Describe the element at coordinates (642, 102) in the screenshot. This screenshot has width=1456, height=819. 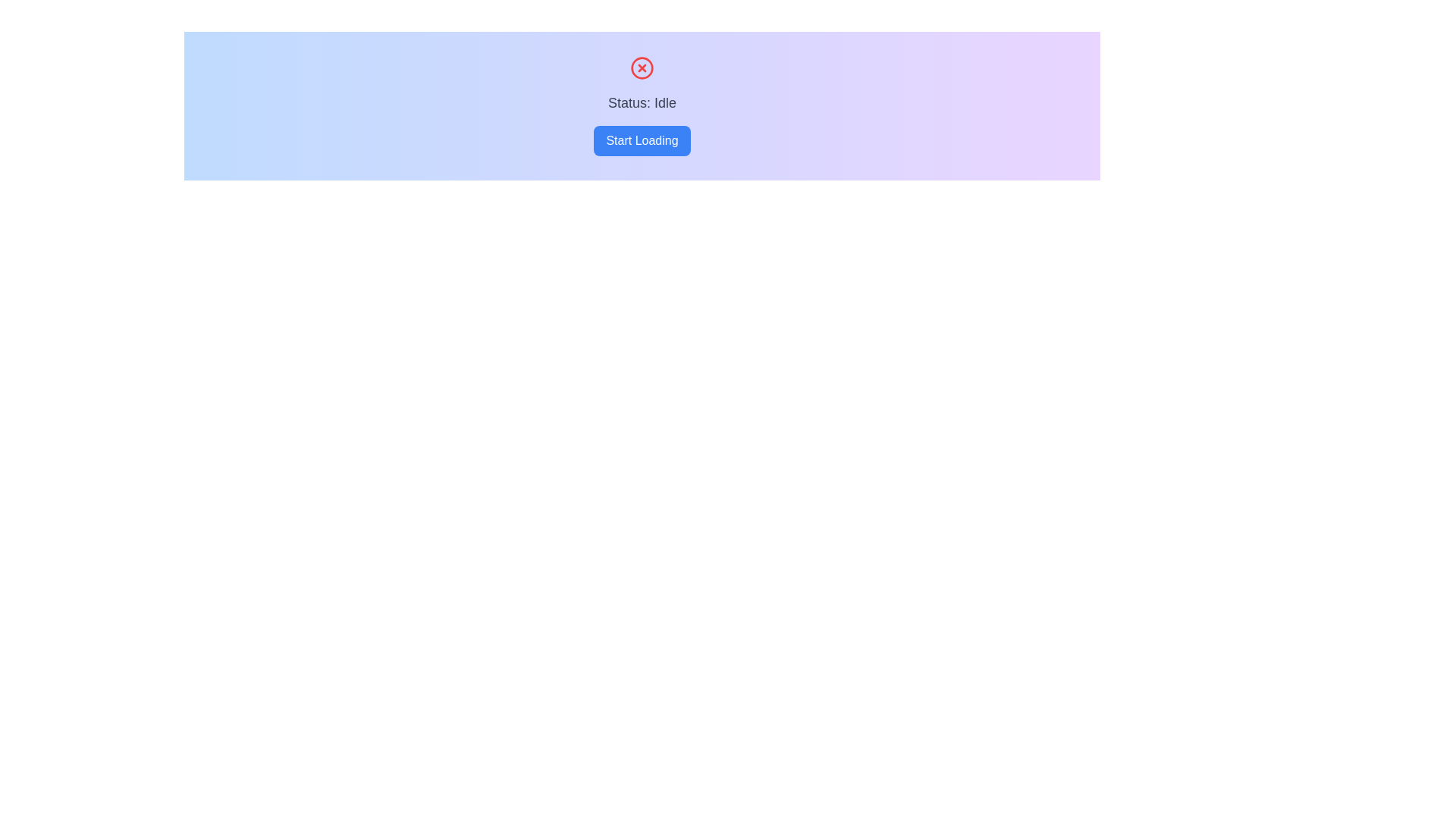
I see `the Text Label displaying 'Status: Idle', which is centrally positioned below a status icon and above a 'Start Loading' button` at that location.